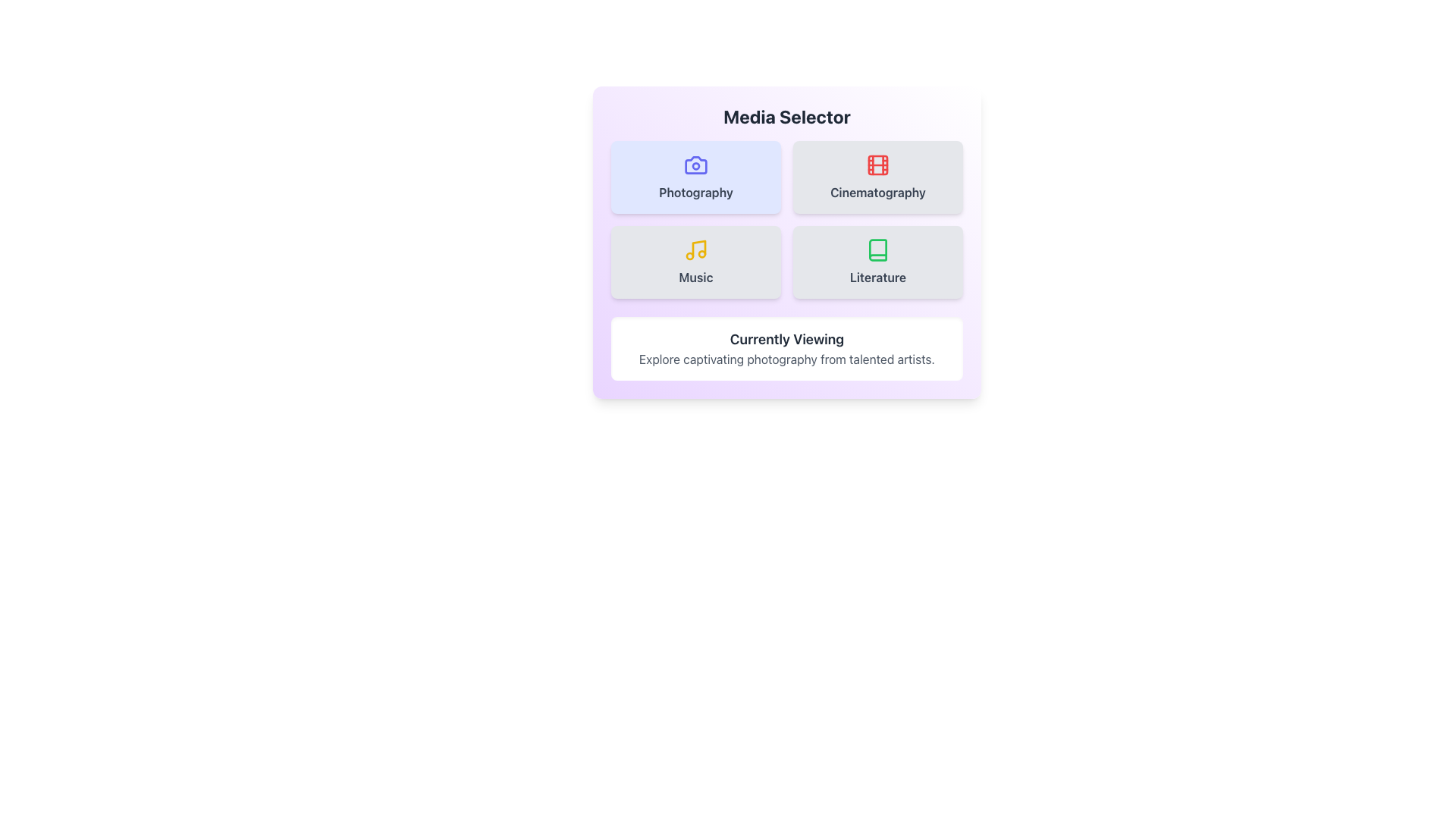  What do you see at coordinates (877, 165) in the screenshot?
I see `the graphical icon component located within the film roll icon in the top-right quadrant of the Media Selector interface, adjacent to the Cinematography label` at bounding box center [877, 165].